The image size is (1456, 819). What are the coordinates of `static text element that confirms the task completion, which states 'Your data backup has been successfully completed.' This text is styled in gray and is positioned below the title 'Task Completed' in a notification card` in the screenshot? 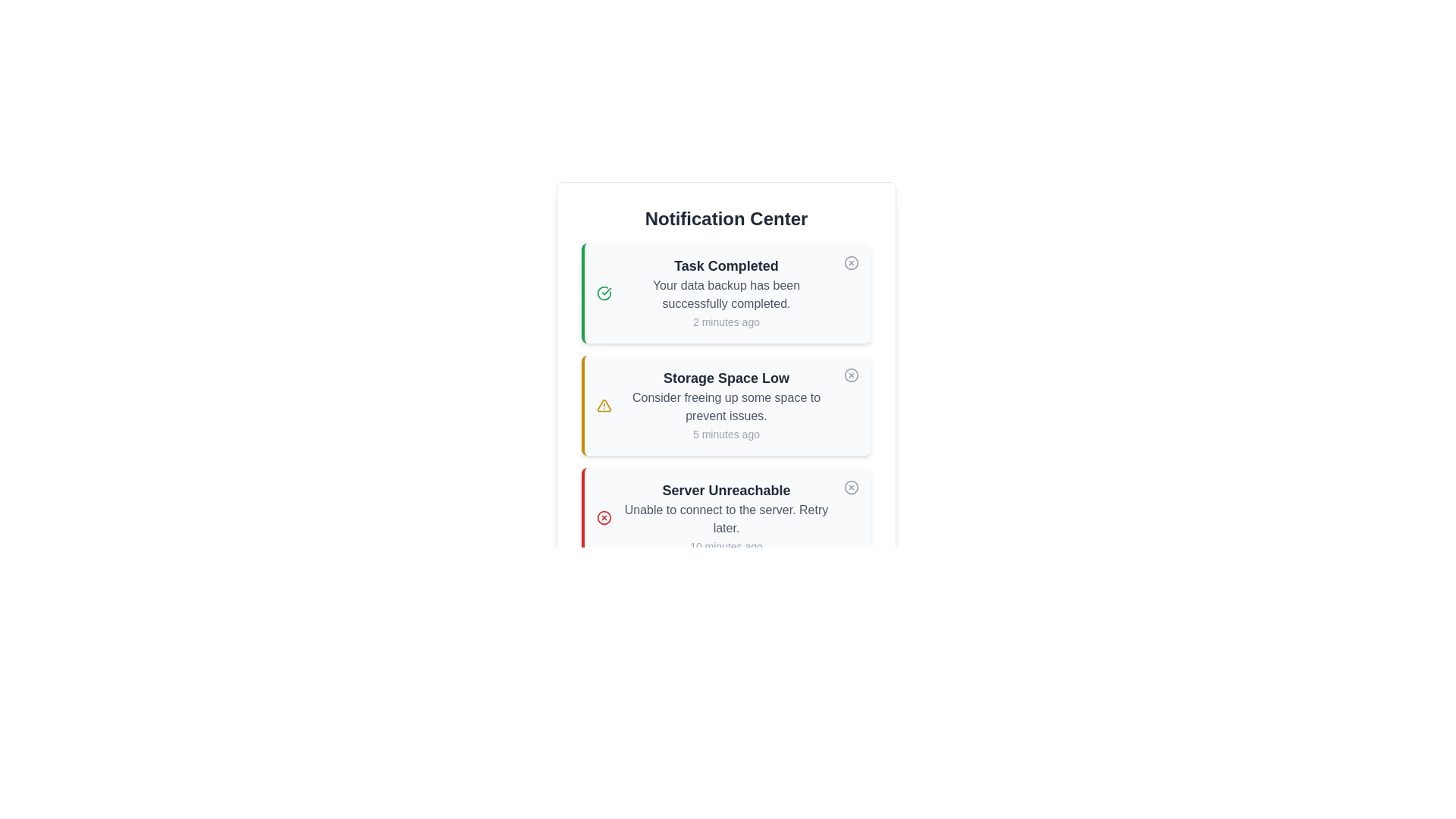 It's located at (726, 295).